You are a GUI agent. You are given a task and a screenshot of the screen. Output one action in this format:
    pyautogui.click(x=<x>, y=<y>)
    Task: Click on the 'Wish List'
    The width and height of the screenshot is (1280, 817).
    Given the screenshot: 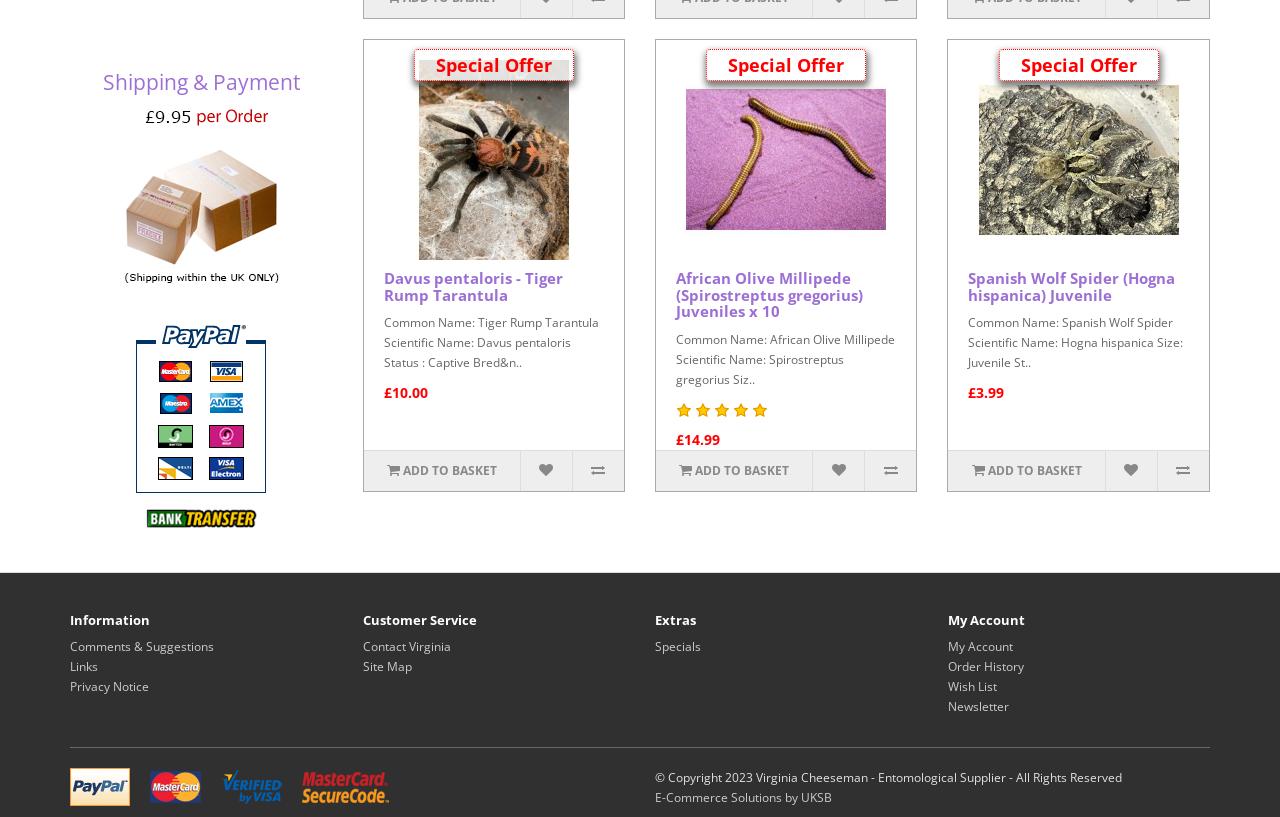 What is the action you would take?
    pyautogui.click(x=971, y=685)
    